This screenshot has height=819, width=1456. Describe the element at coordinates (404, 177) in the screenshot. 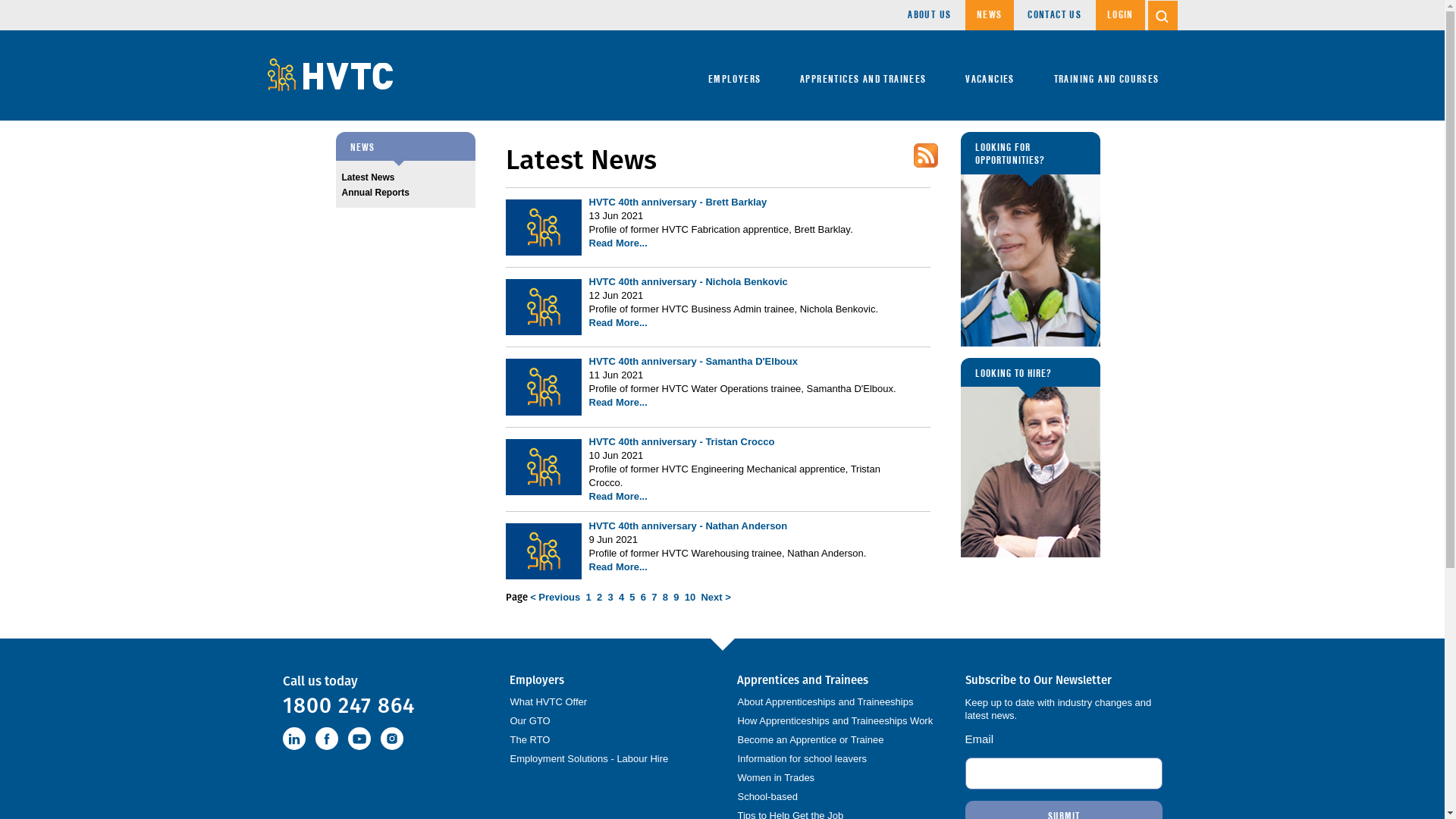

I see `'Latest News'` at that location.